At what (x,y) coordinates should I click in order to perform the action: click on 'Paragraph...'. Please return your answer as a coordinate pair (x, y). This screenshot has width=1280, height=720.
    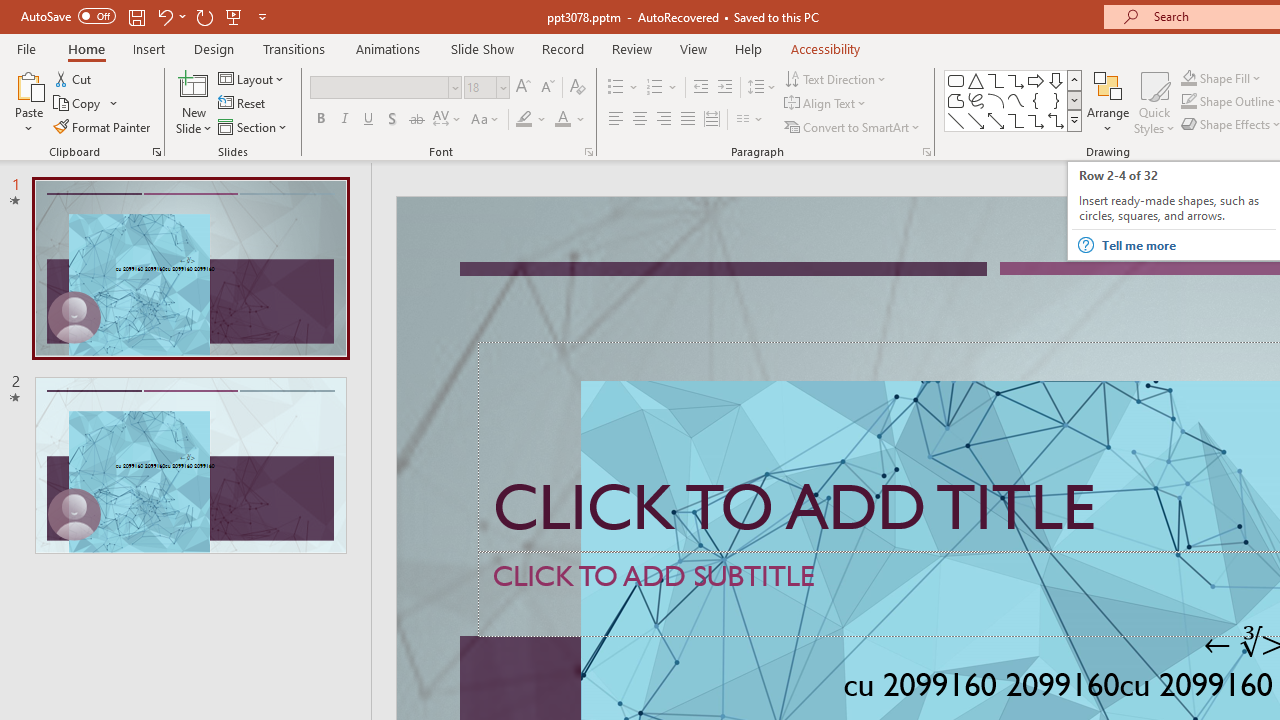
    Looking at the image, I should click on (925, 150).